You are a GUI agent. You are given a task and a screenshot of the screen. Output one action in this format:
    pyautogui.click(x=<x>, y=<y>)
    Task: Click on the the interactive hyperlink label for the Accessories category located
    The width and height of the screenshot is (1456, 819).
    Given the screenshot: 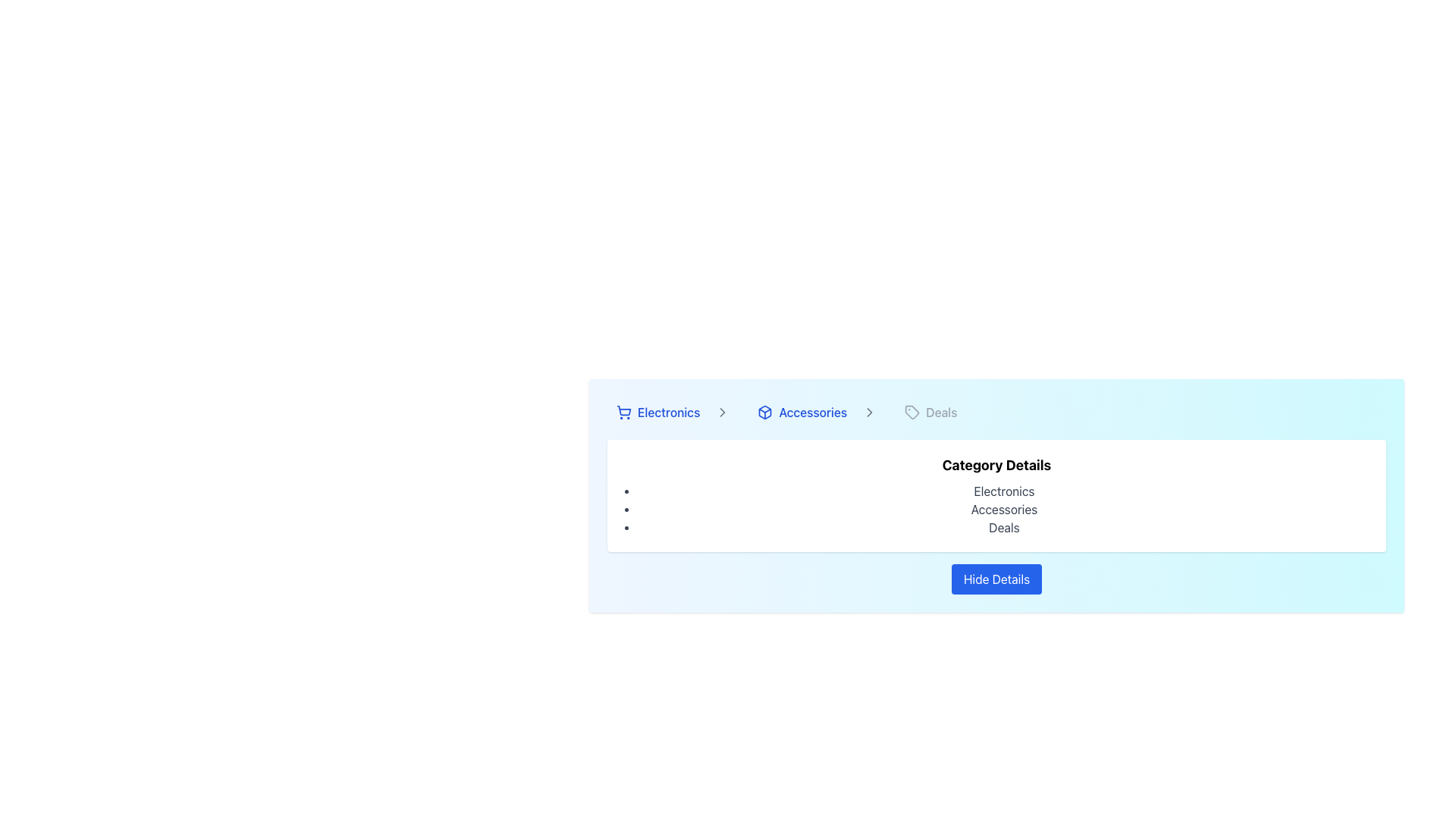 What is the action you would take?
    pyautogui.click(x=801, y=412)
    